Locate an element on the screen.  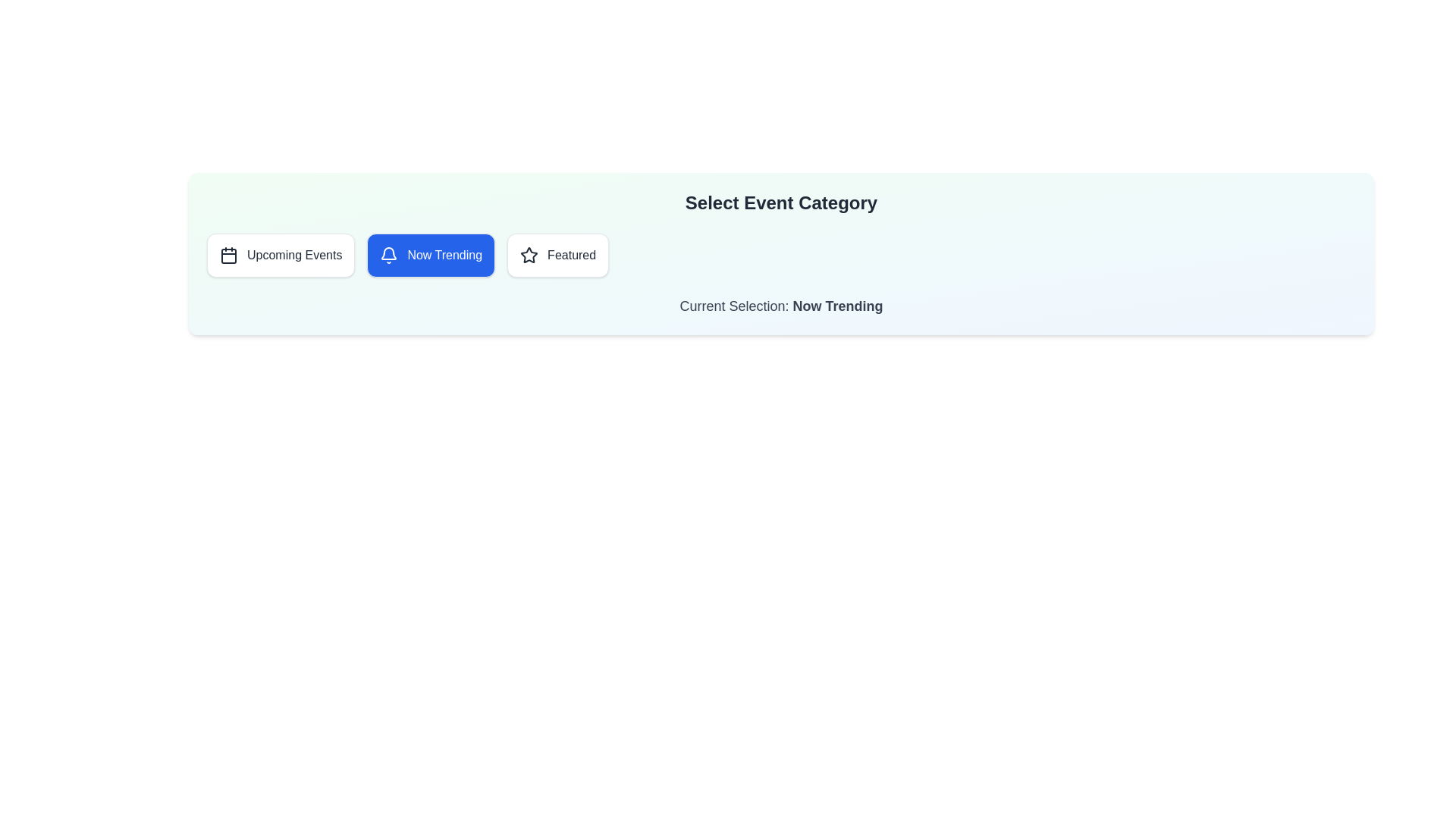
the text label displaying 'Current Selection:' with the value 'Now Trending', which is styled with bolder weight and positioned below the category selection interface is located at coordinates (781, 306).